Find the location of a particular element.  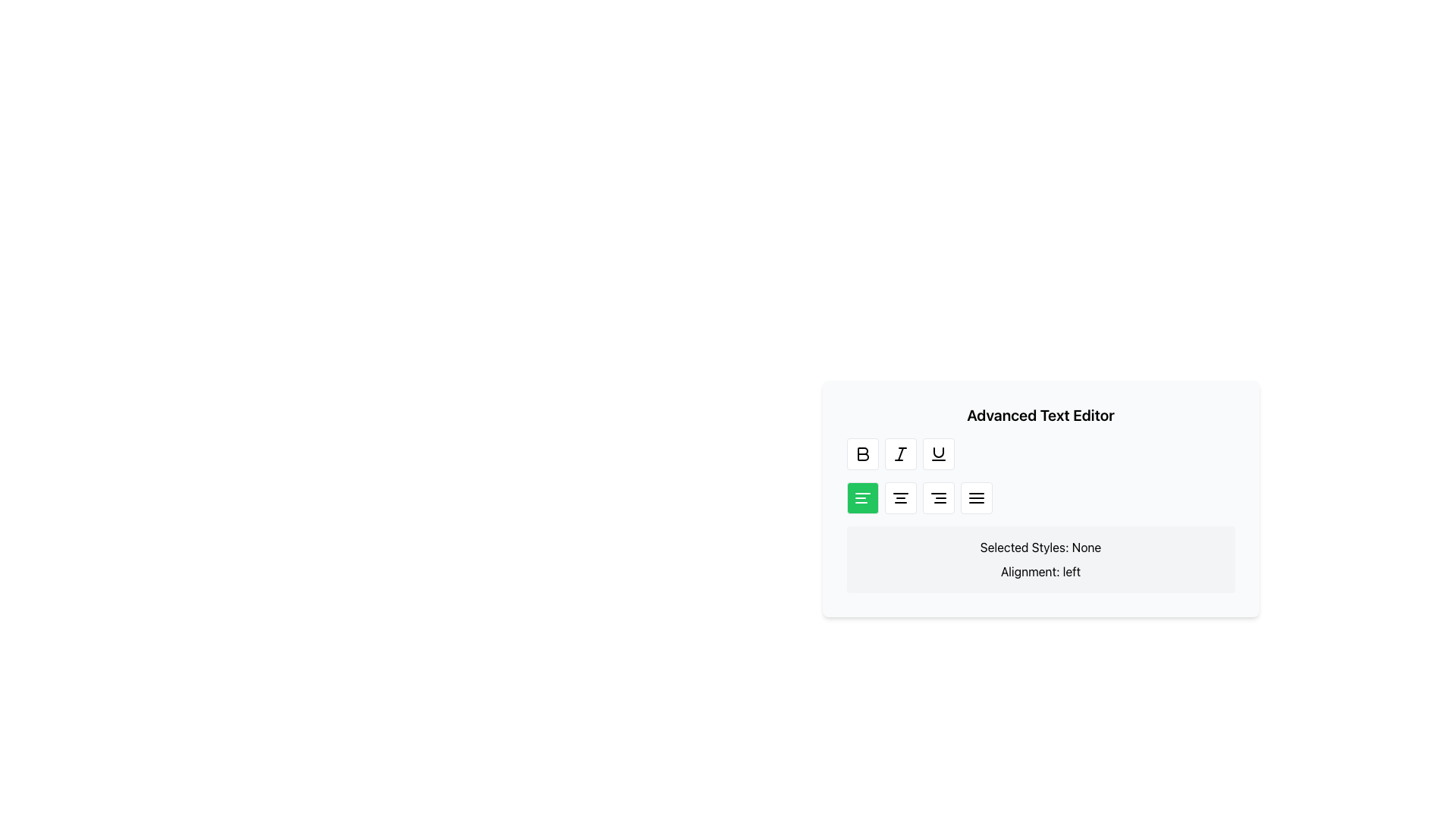

the left alignment button in the Advanced Text Editor toolbar to apply left alignment to the selected text is located at coordinates (862, 497).